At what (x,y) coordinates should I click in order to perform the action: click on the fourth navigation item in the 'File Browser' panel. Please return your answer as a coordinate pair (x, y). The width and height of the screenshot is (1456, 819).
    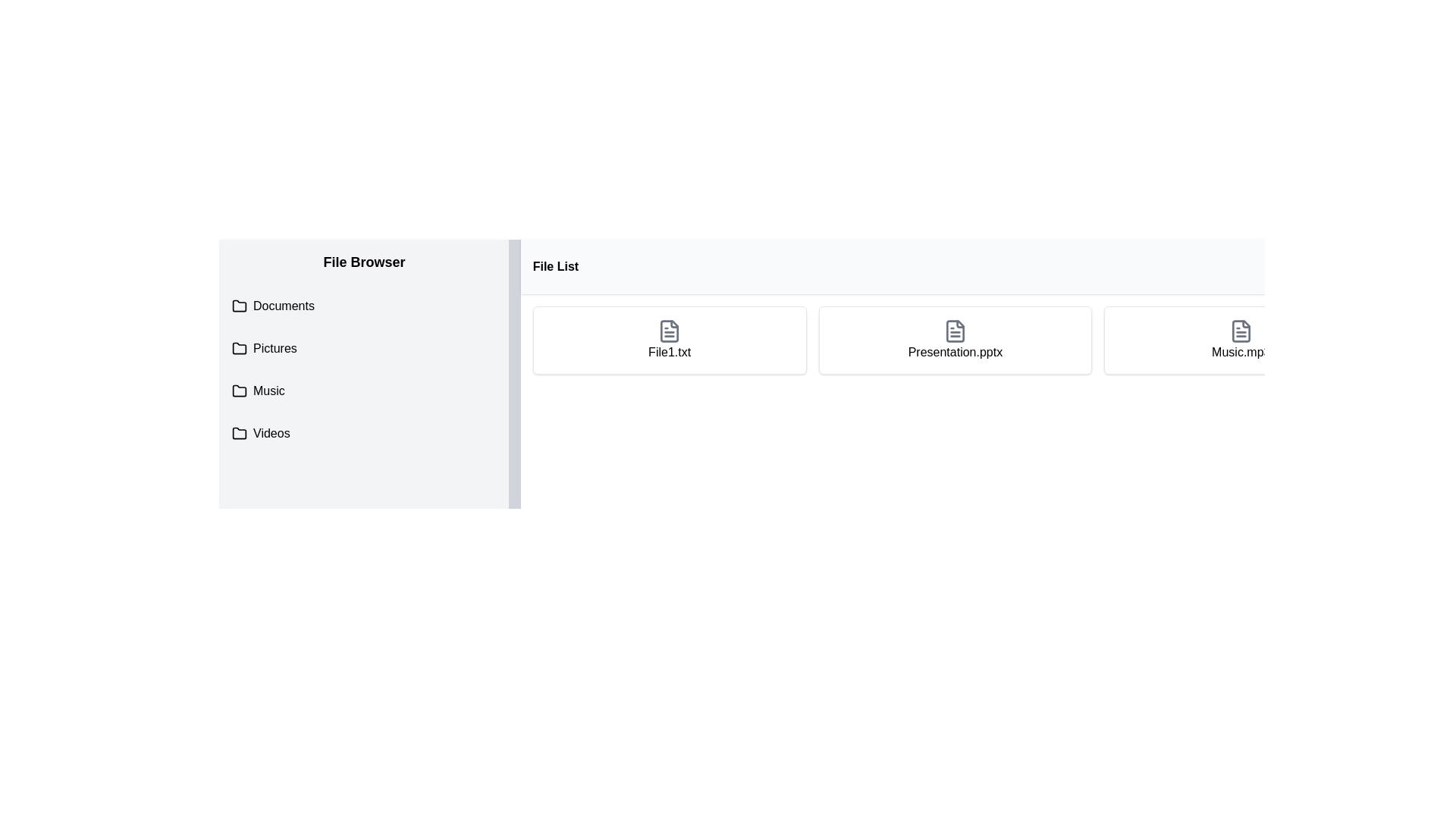
    Looking at the image, I should click on (364, 433).